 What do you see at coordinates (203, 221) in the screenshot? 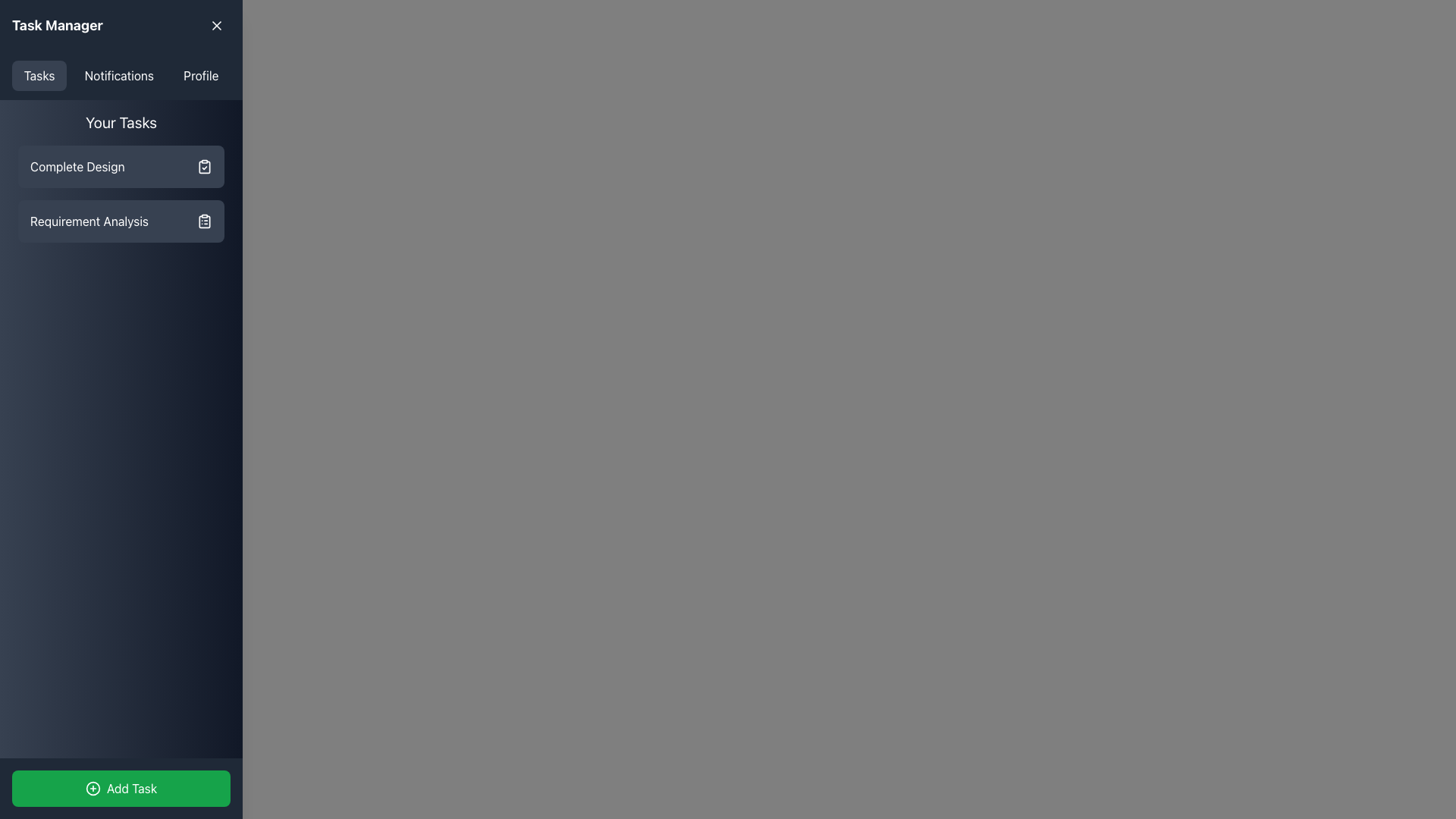
I see `the clipboard icon located in the 'Your Tasks' section of the 'Task Manager' interface` at bounding box center [203, 221].